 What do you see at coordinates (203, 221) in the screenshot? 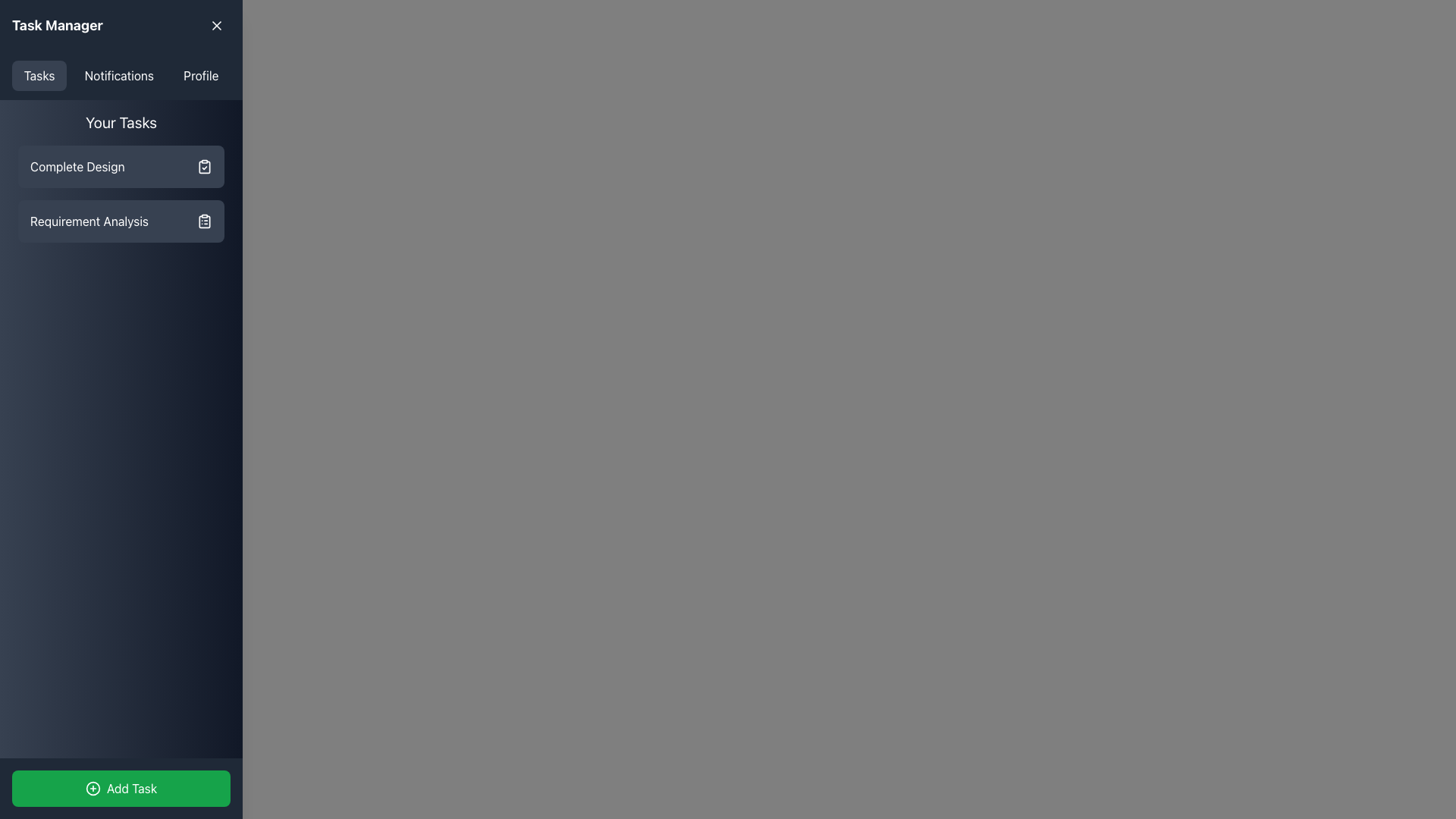
I see `the clipboard icon located in the 'Your Tasks' section of the 'Task Manager' interface` at bounding box center [203, 221].